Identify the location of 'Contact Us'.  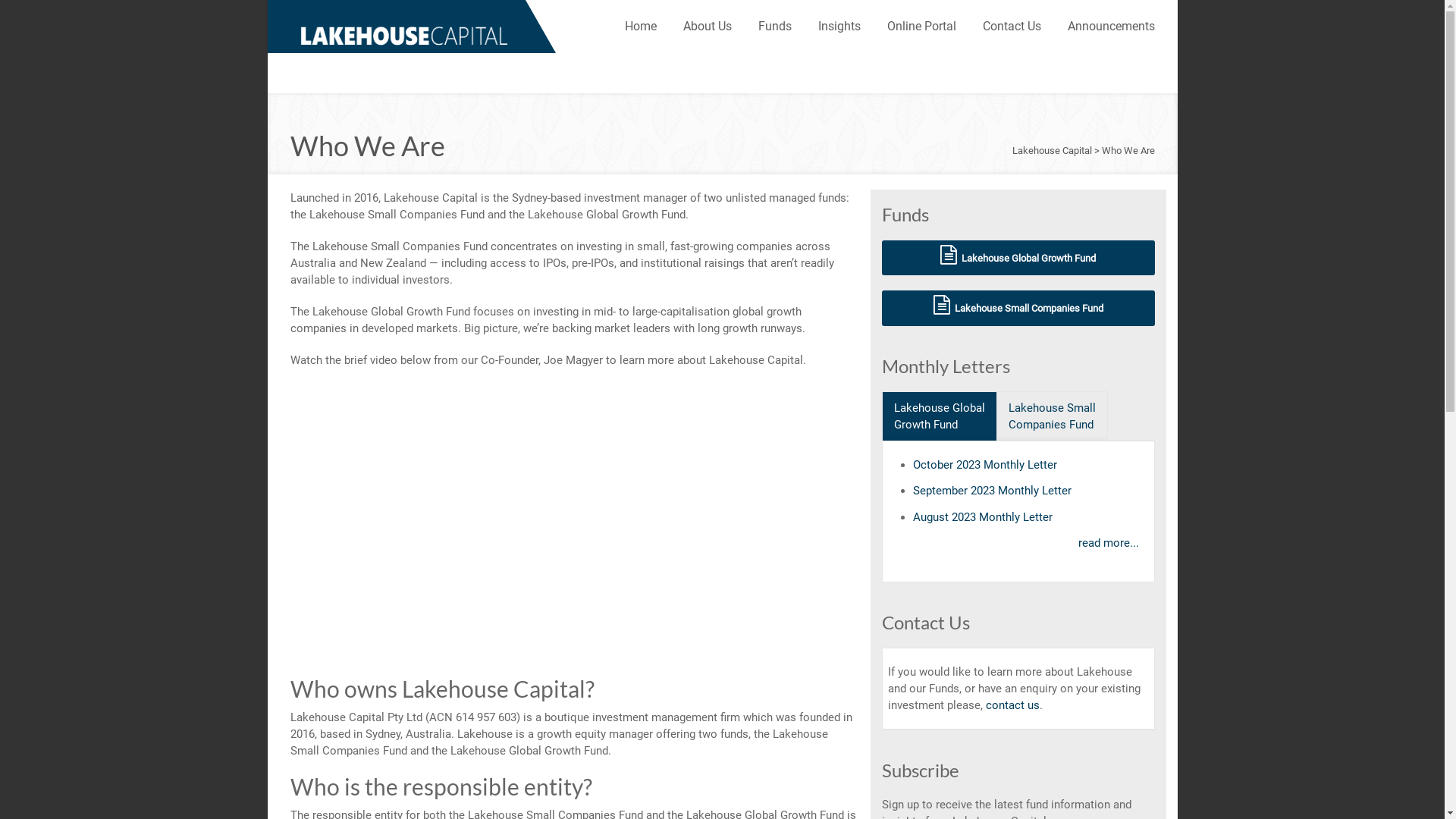
(983, 26).